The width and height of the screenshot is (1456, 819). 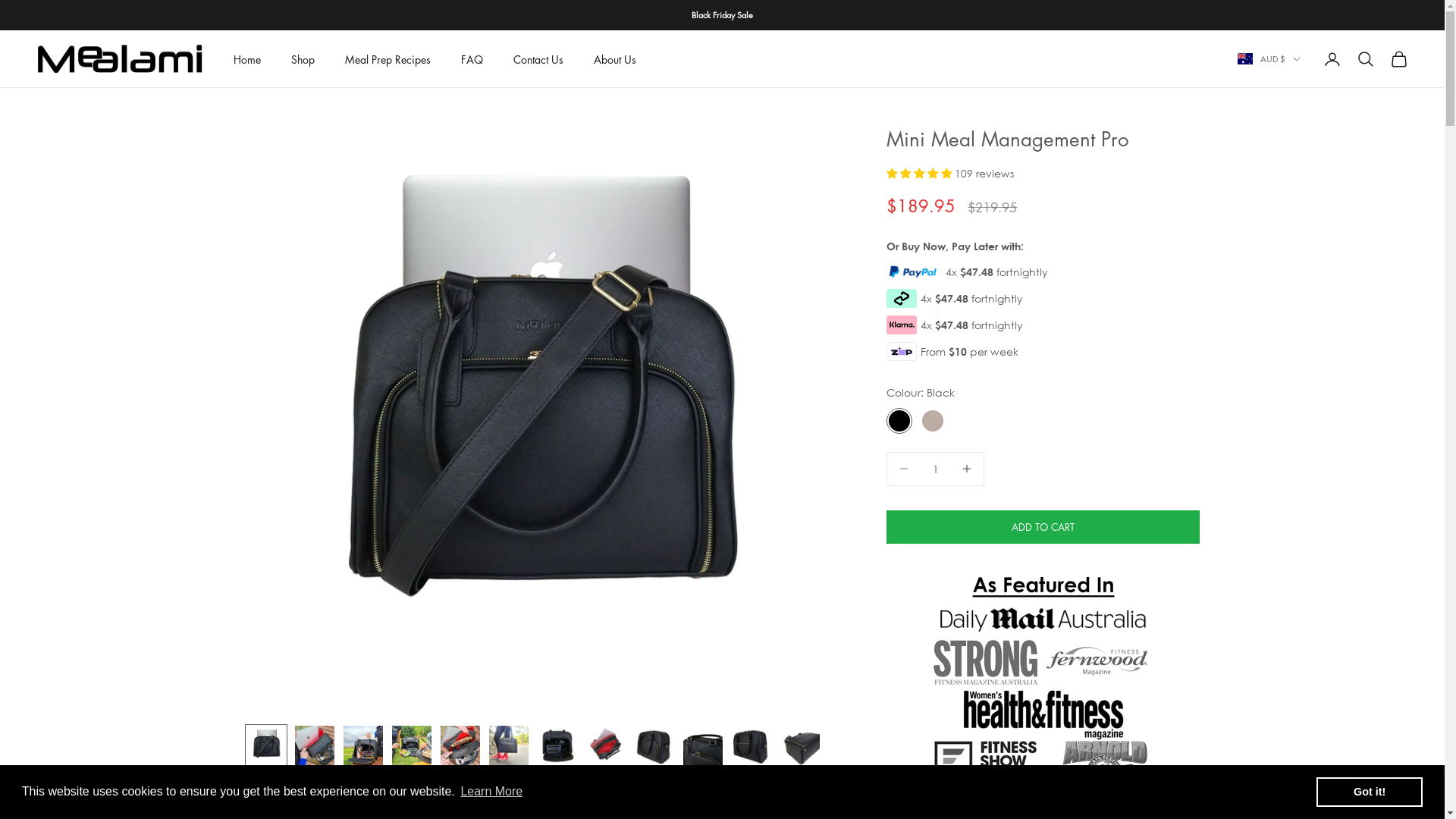 I want to click on 'Home', so click(x=247, y=58).